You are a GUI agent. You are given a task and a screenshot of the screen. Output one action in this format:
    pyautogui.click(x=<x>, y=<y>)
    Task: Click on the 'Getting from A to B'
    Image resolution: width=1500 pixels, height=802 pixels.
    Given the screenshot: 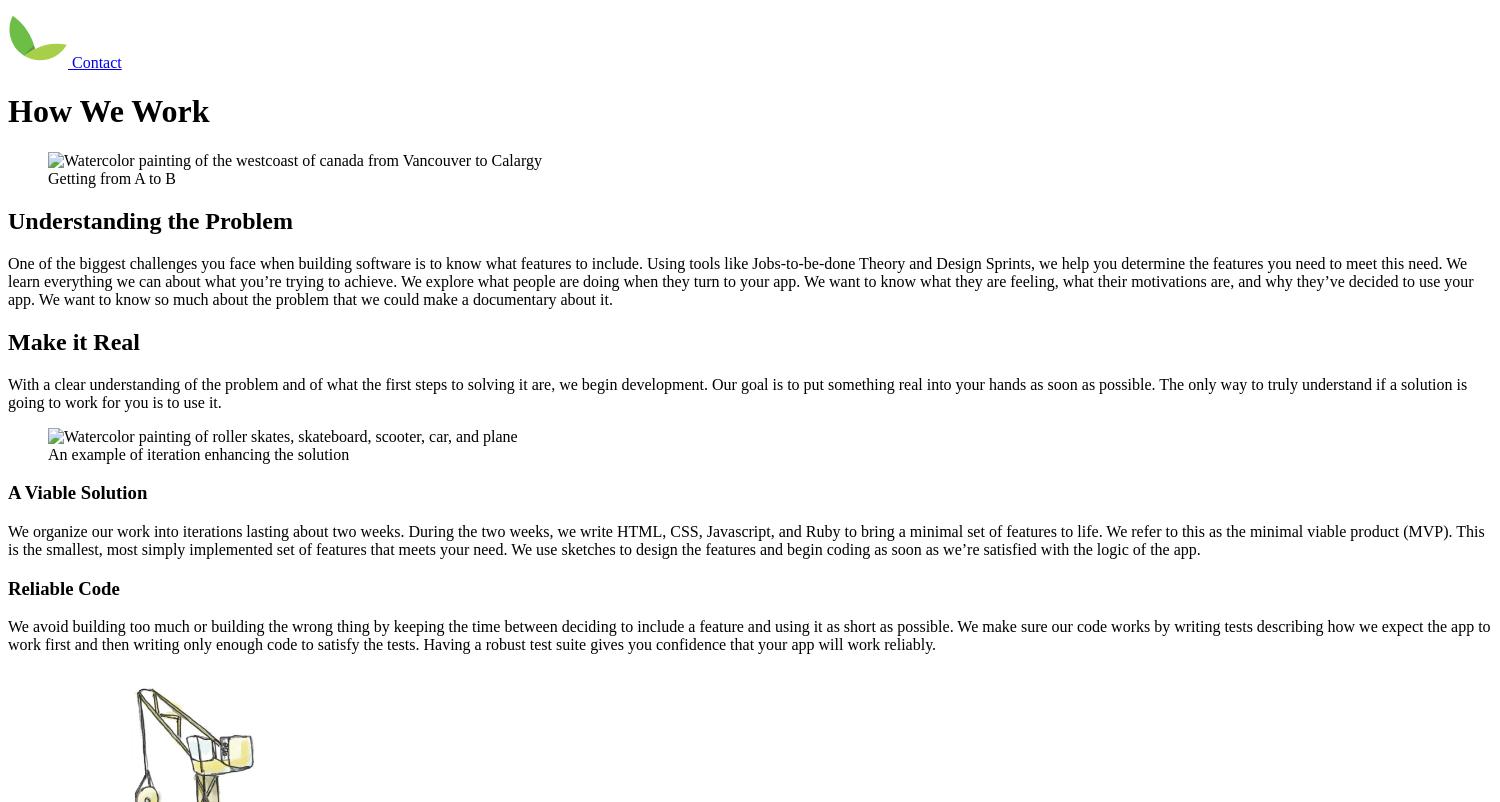 What is the action you would take?
    pyautogui.click(x=111, y=177)
    